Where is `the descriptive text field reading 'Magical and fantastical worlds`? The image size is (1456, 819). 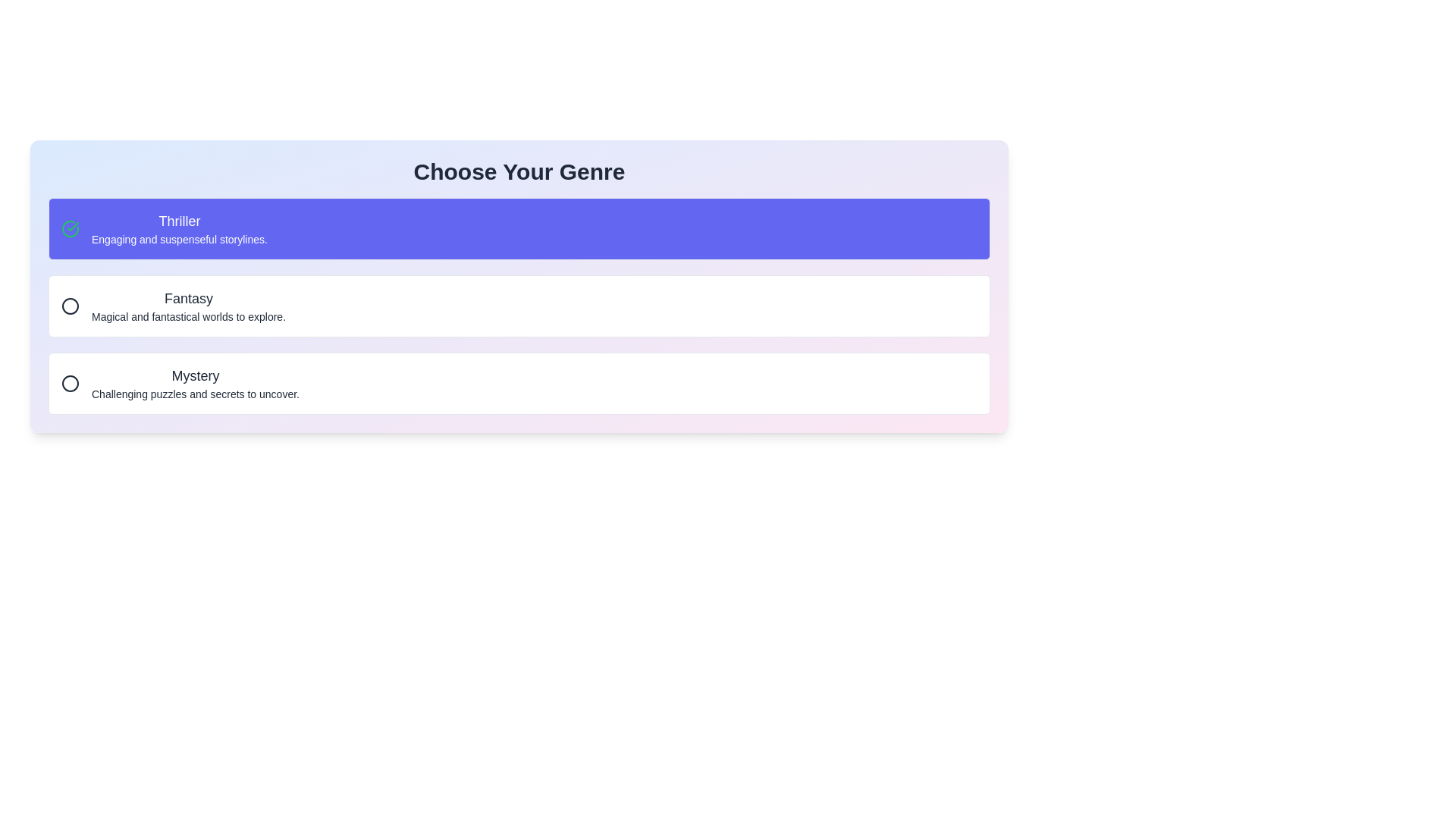
the descriptive text field reading 'Magical and fantastical worlds is located at coordinates (188, 315).